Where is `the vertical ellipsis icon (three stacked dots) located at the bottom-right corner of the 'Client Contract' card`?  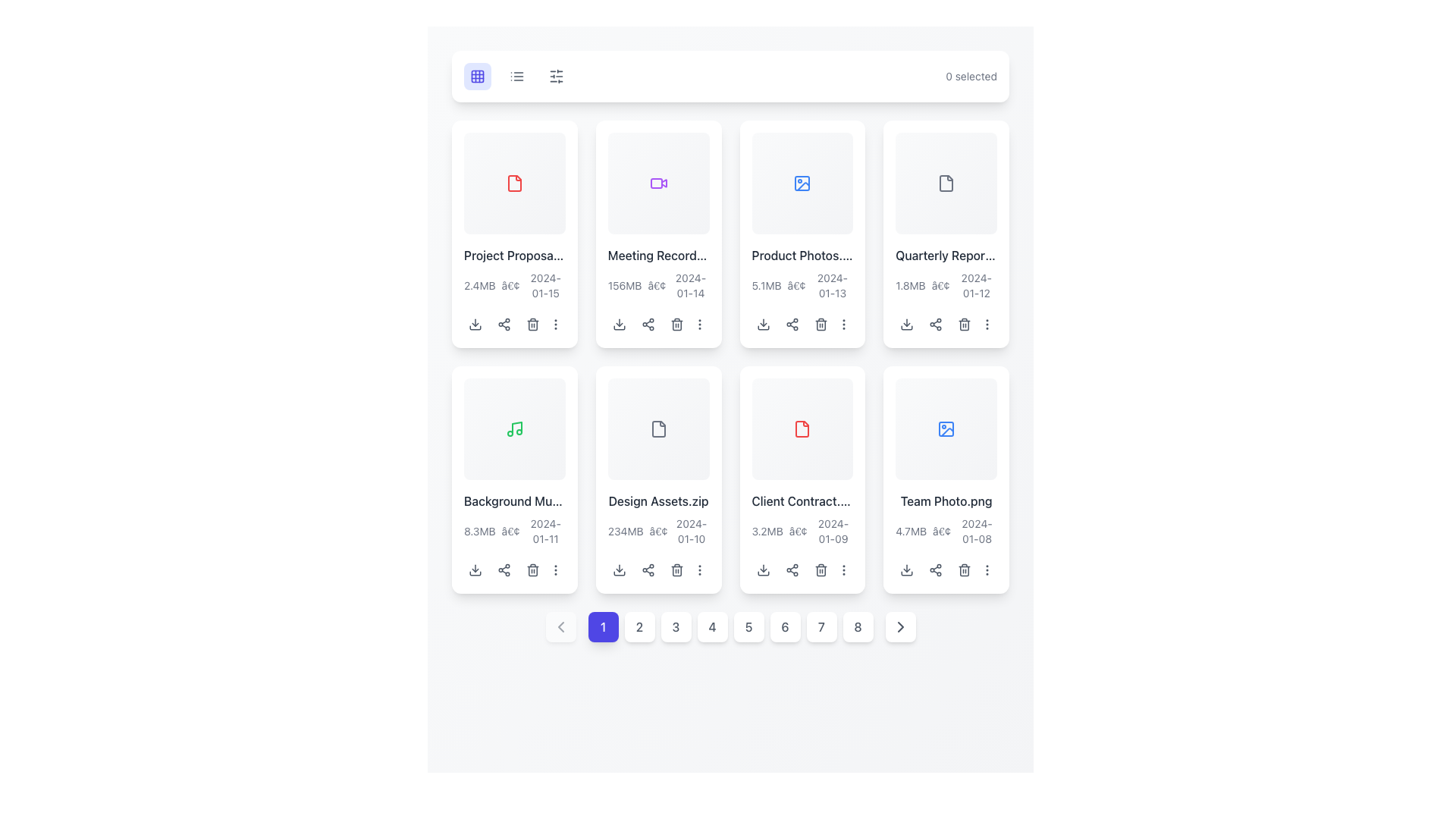 the vertical ellipsis icon (three stacked dots) located at the bottom-right corner of the 'Client Contract' card is located at coordinates (843, 570).